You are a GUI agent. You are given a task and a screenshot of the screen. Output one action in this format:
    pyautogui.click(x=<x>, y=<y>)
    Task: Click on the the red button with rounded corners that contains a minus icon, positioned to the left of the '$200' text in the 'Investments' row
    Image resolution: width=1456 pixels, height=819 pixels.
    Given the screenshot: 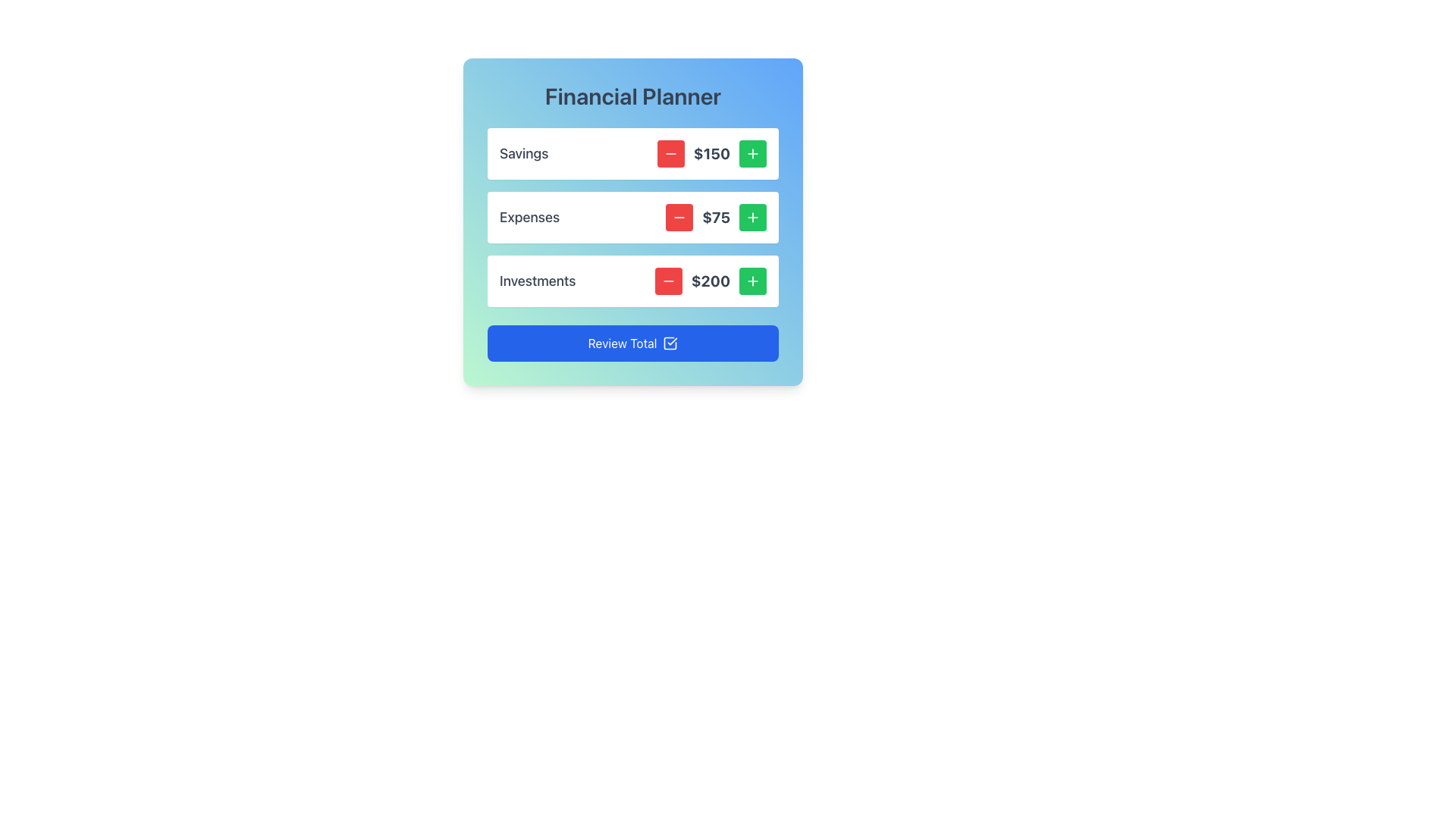 What is the action you would take?
    pyautogui.click(x=667, y=281)
    